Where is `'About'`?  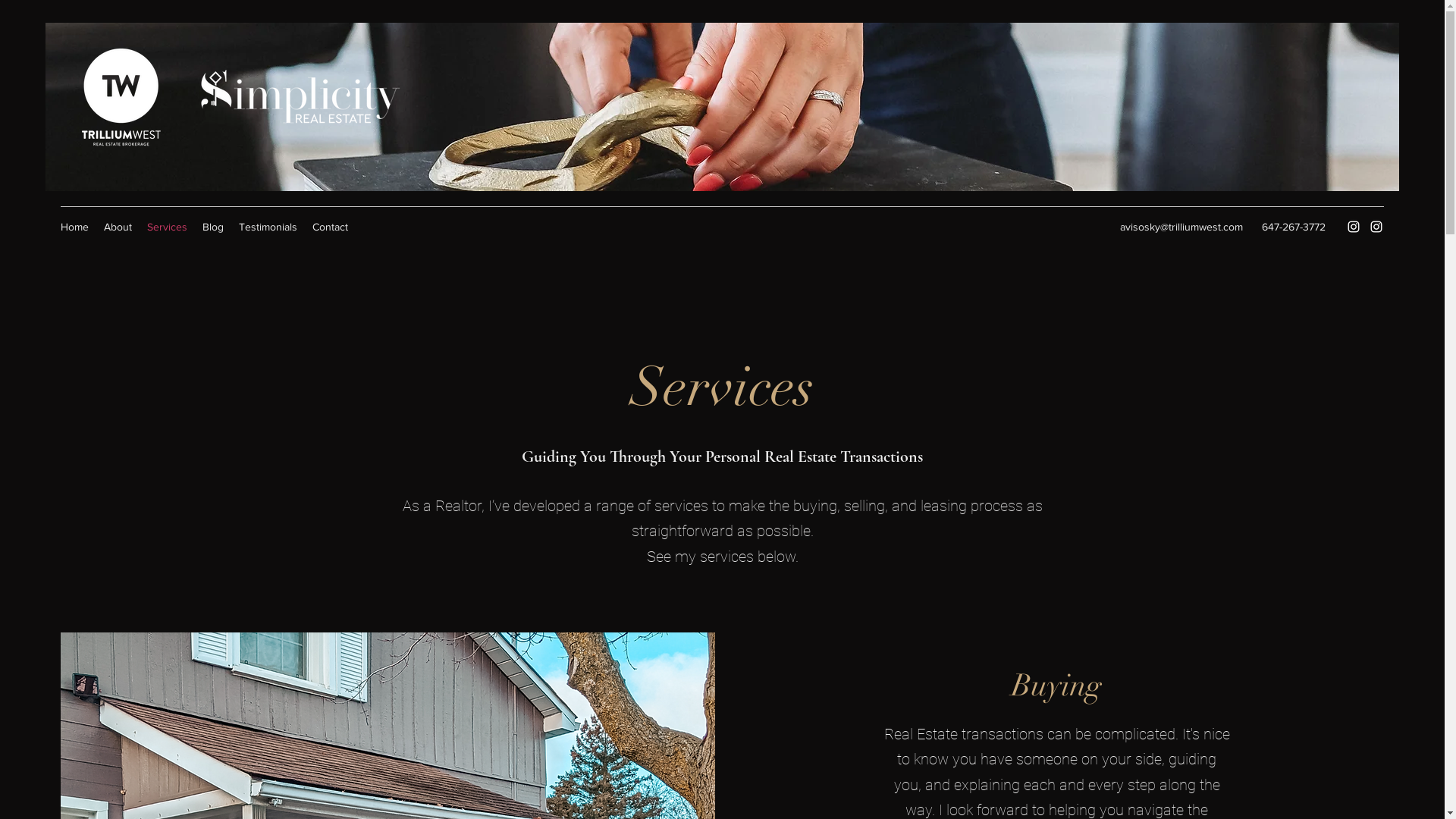 'About' is located at coordinates (95, 227).